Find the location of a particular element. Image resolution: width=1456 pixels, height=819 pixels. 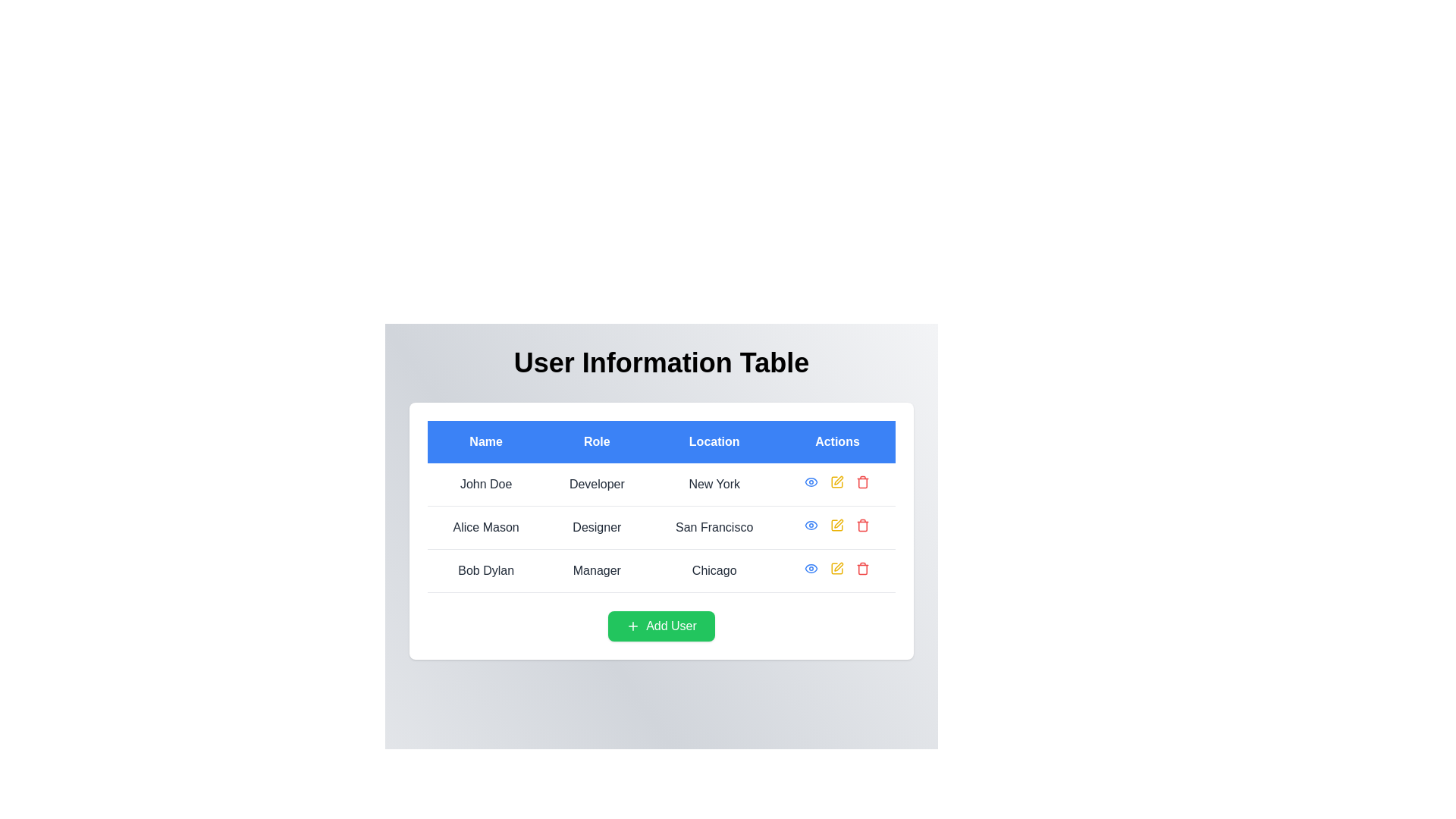

the text label representing the user's name in the first row of the user information table, which is located next to 'Developer' in the 'Role' column and 'New York' in the 'Location' column is located at coordinates (486, 485).